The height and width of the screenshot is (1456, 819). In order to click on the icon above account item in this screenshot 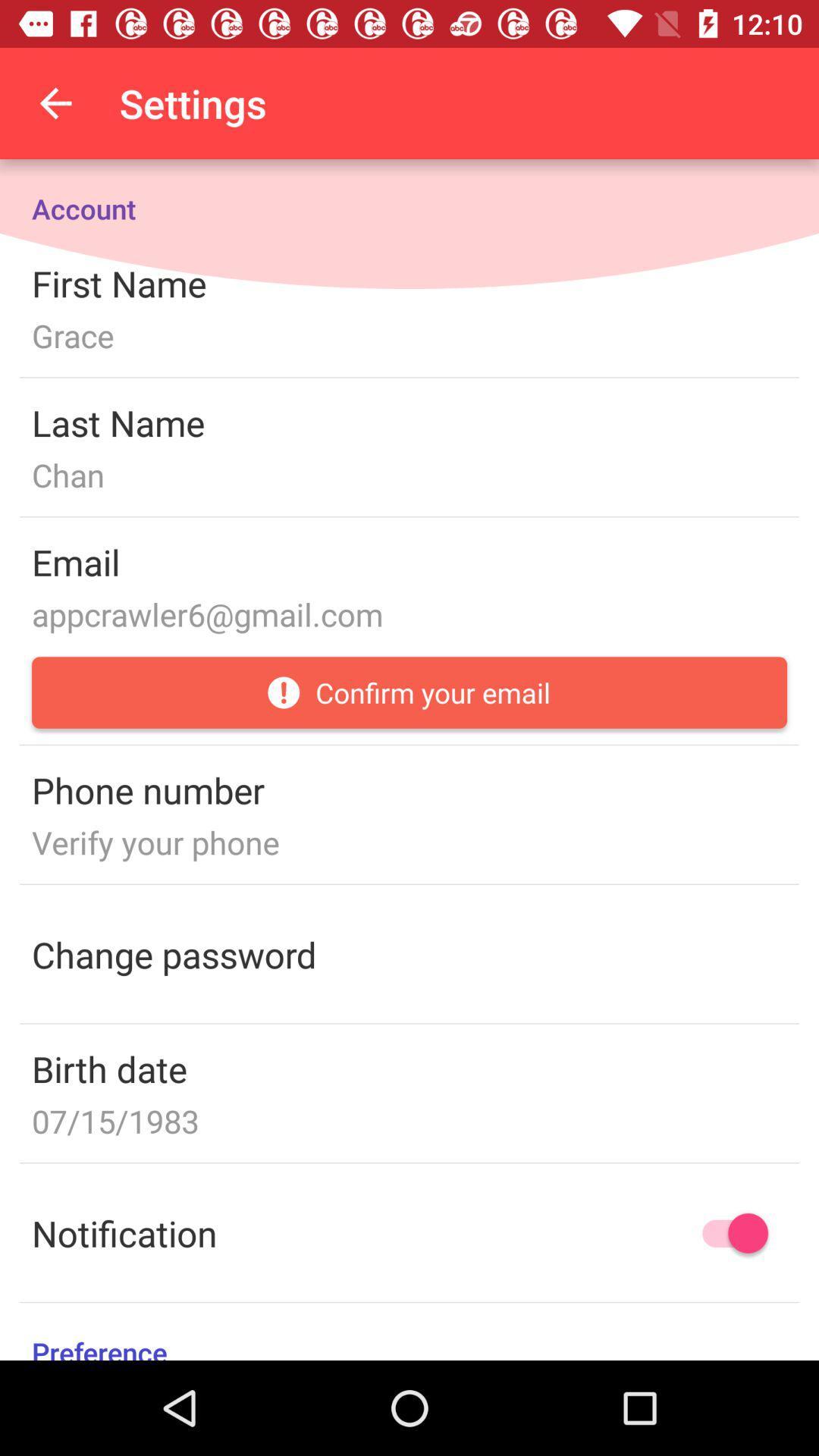, I will do `click(55, 102)`.